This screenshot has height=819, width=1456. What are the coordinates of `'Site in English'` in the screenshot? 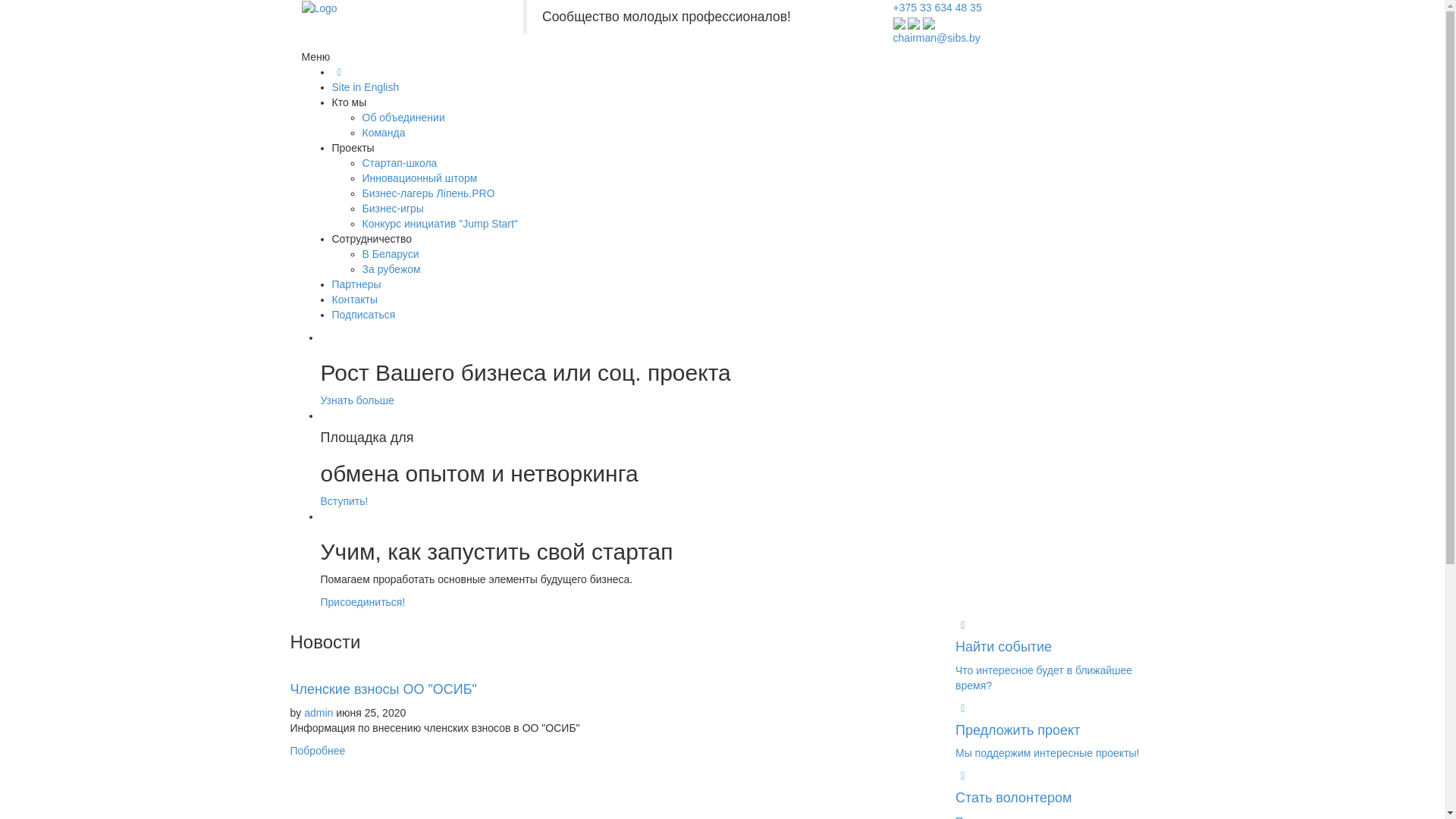 It's located at (366, 87).